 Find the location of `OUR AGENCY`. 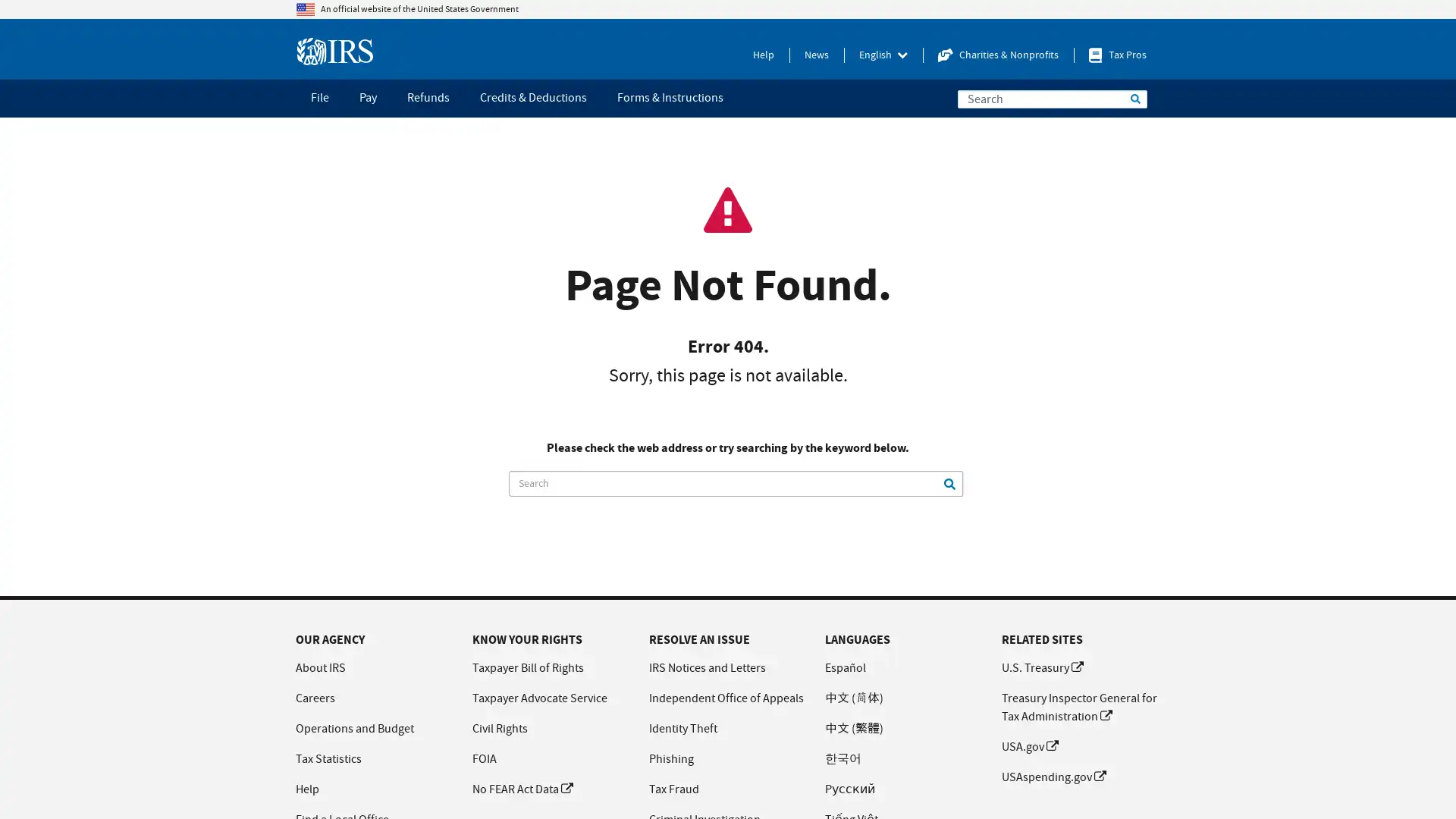

OUR AGENCY is located at coordinates (329, 640).